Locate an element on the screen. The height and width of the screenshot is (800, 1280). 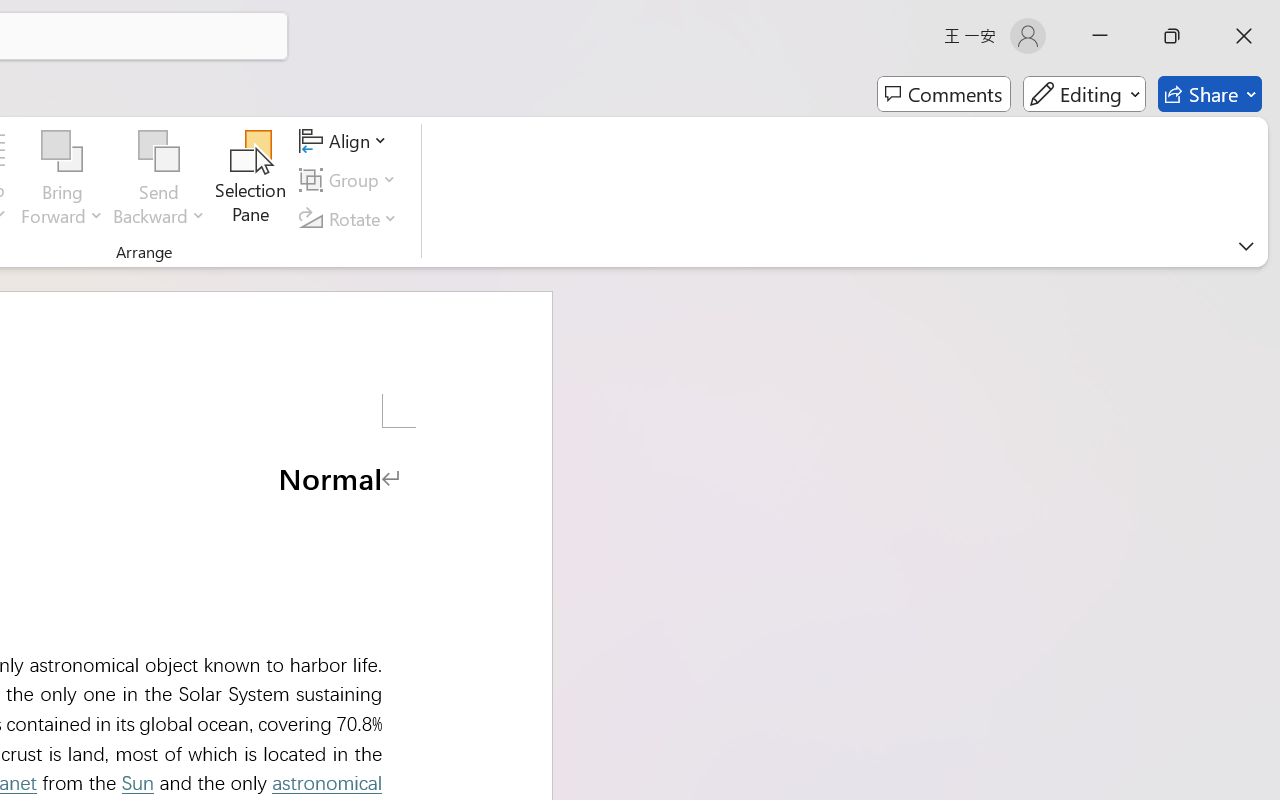
'Bring Forward' is located at coordinates (62, 151).